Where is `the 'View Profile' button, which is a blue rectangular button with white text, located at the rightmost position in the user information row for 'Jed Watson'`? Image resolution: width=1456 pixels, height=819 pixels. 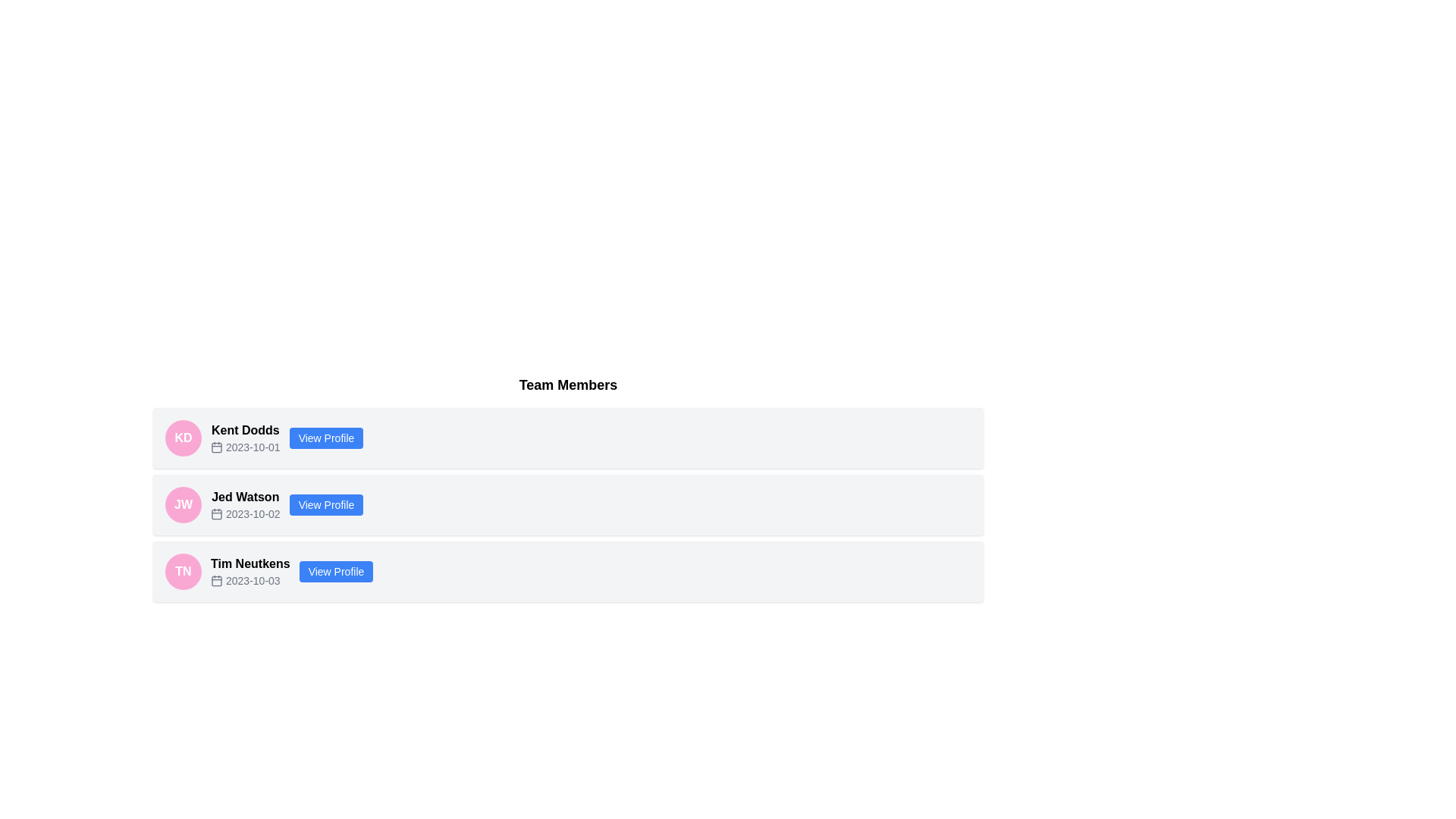 the 'View Profile' button, which is a blue rectangular button with white text, located at the rightmost position in the user information row for 'Jed Watson' is located at coordinates (325, 505).